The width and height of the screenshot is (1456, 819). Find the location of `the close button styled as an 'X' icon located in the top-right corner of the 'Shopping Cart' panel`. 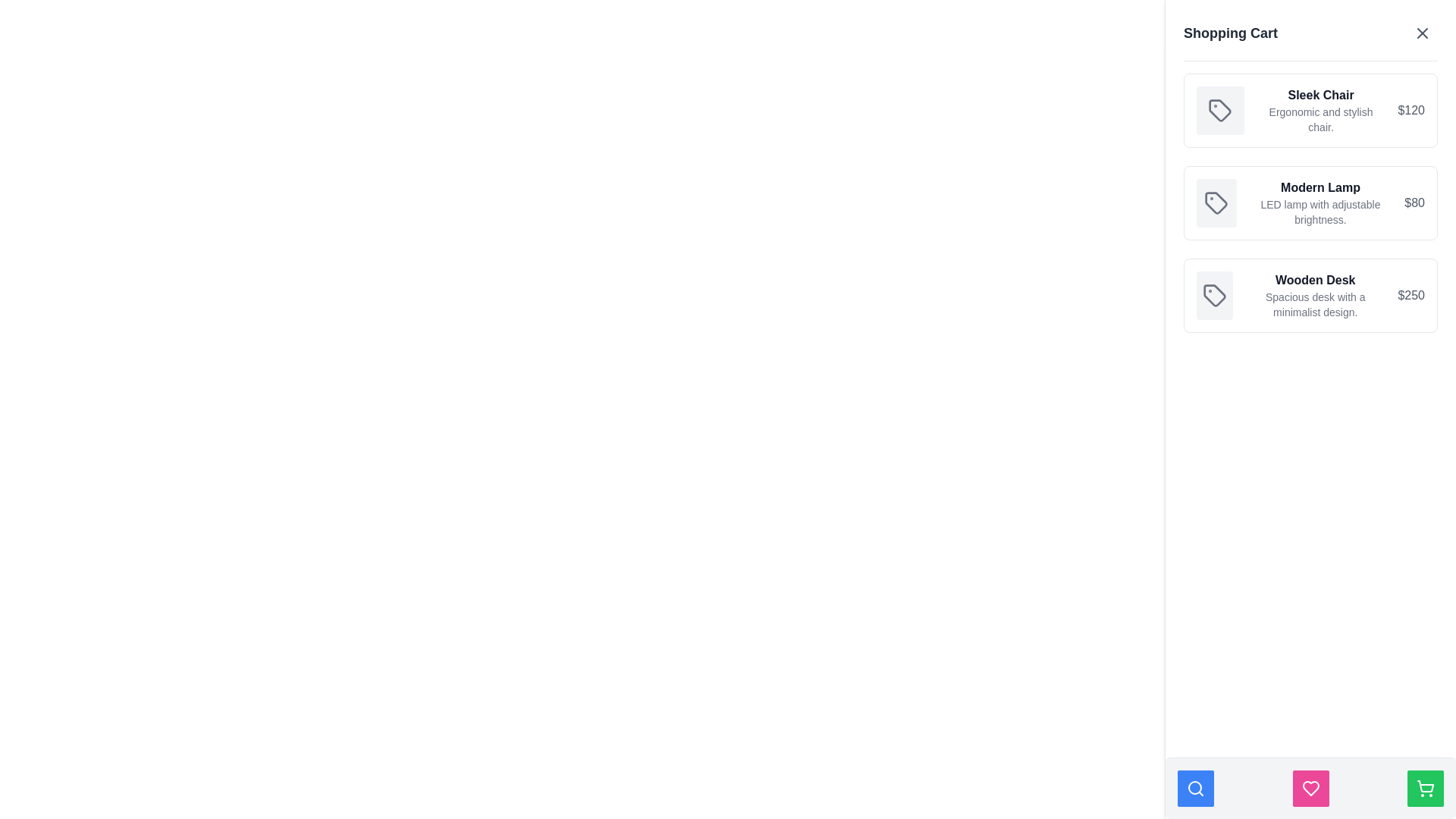

the close button styled as an 'X' icon located in the top-right corner of the 'Shopping Cart' panel is located at coordinates (1422, 33).